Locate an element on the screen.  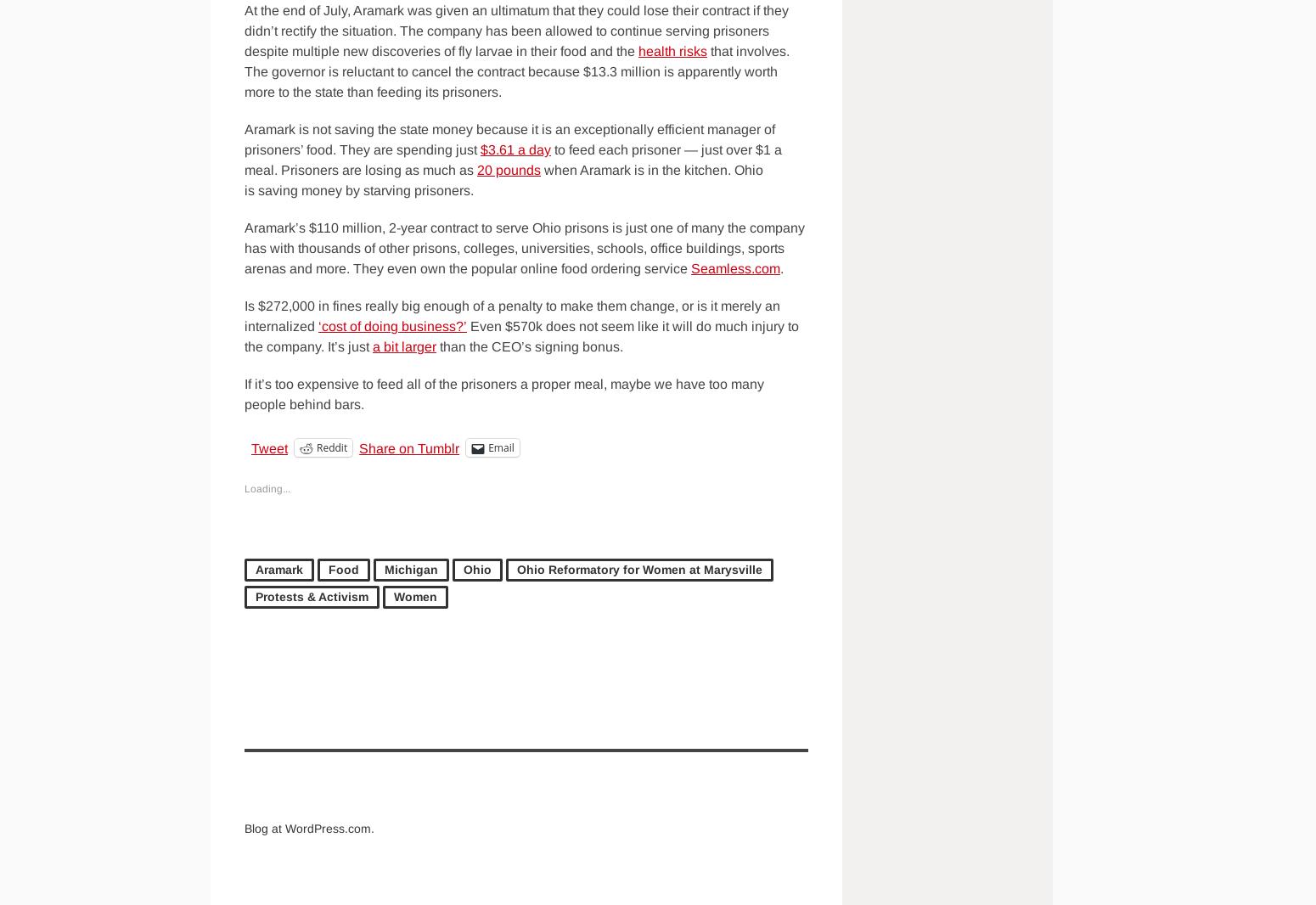
'Tweet' is located at coordinates (251, 448).